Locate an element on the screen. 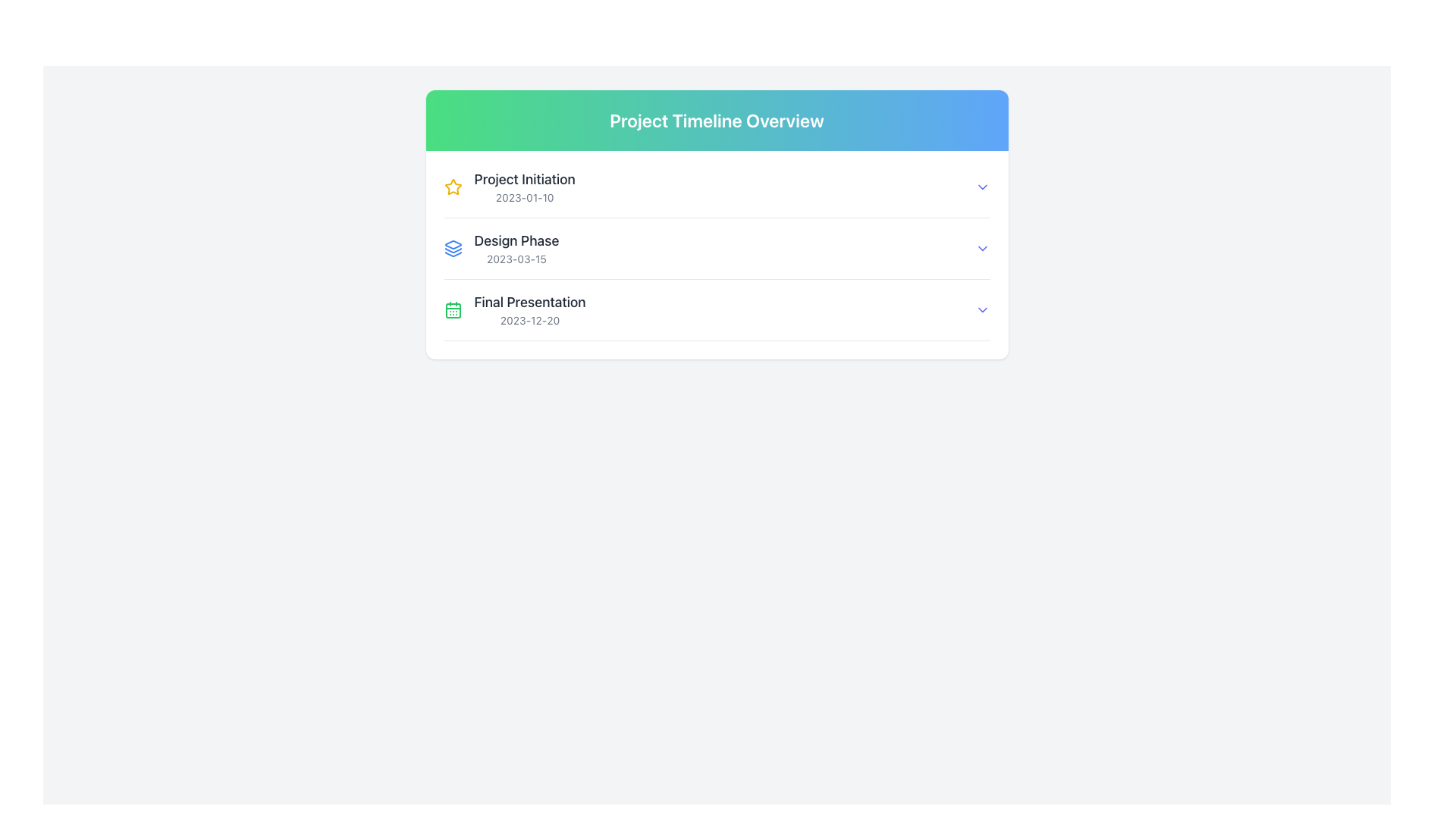 This screenshot has height=819, width=1456. the visual component inside the calendar icon representing the 'Final Presentation' phase located in the timeline section is located at coordinates (452, 309).